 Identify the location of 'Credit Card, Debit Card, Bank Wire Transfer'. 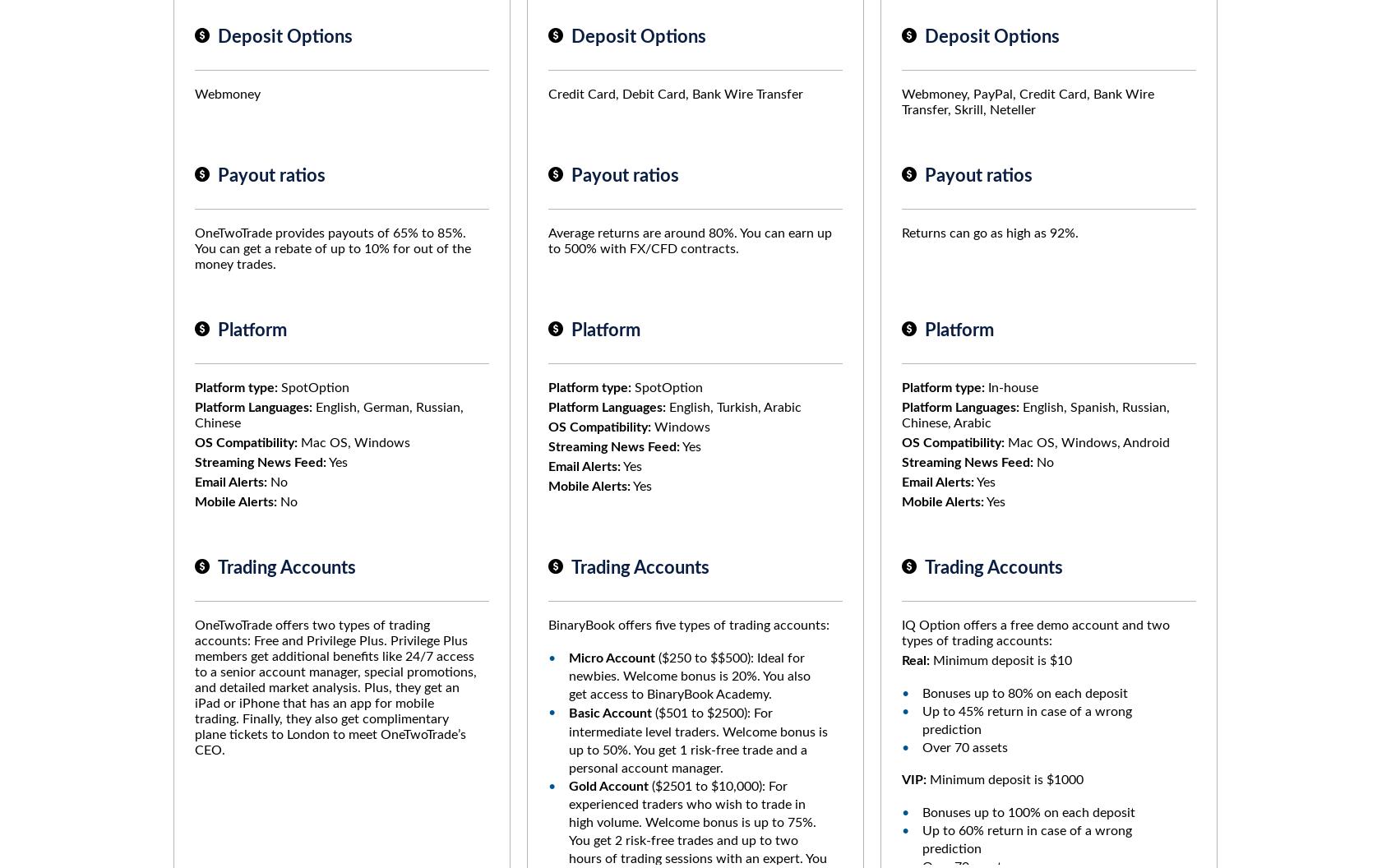
(548, 93).